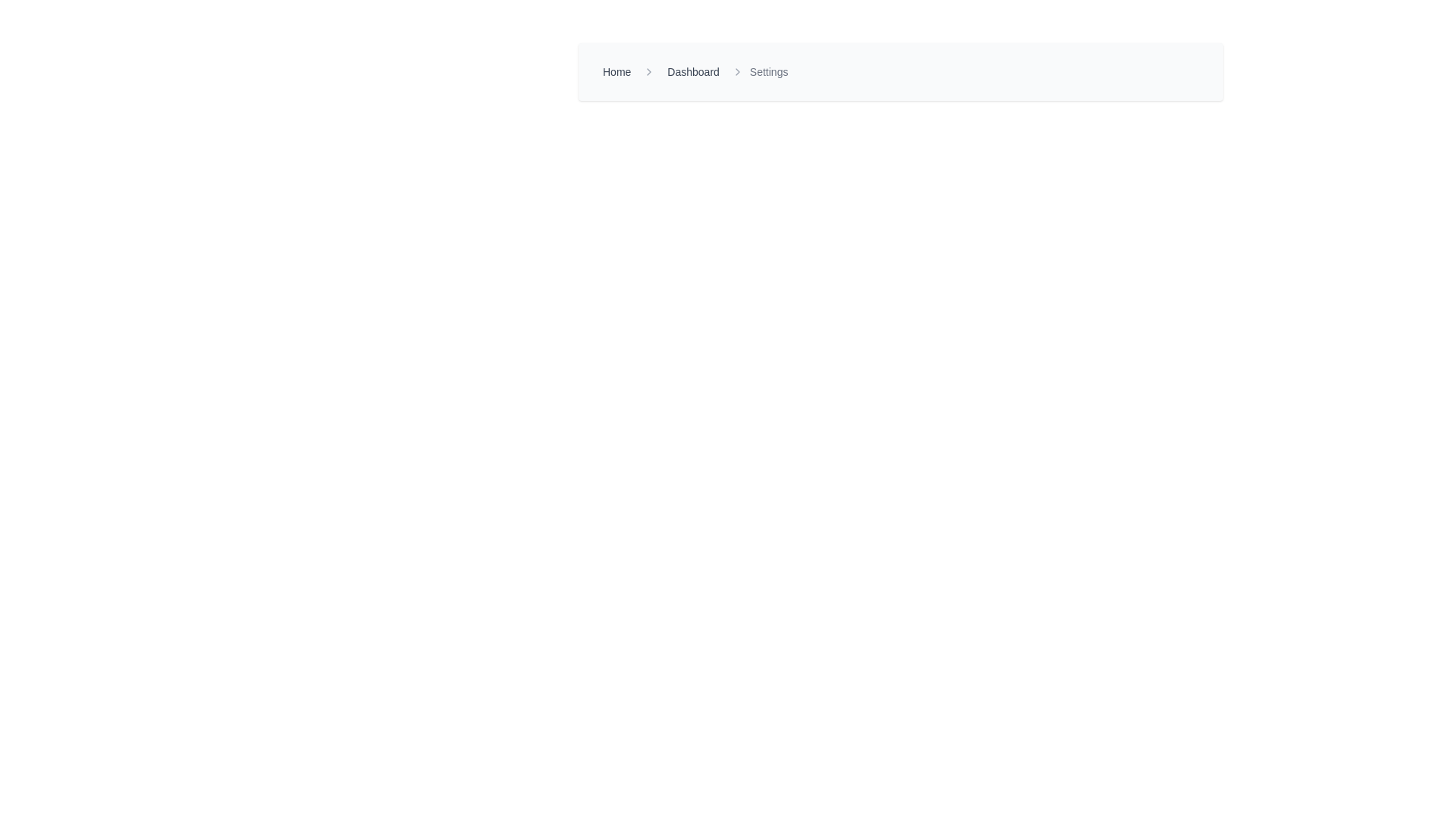  I want to click on the second clickable link in the breadcrumb navigation bar, so click(692, 72).